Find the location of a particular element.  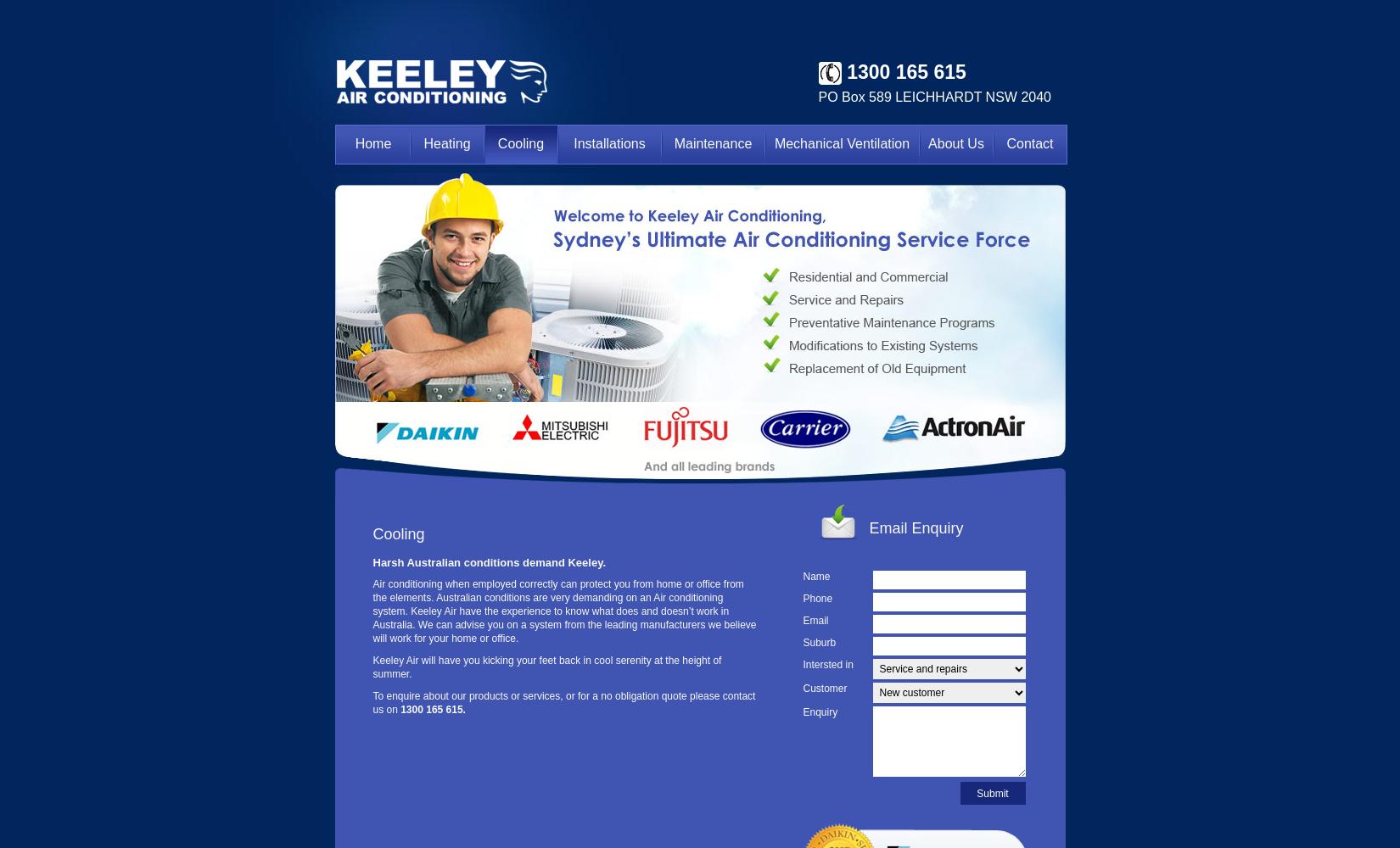

'Email Enquiry' is located at coordinates (916, 527).